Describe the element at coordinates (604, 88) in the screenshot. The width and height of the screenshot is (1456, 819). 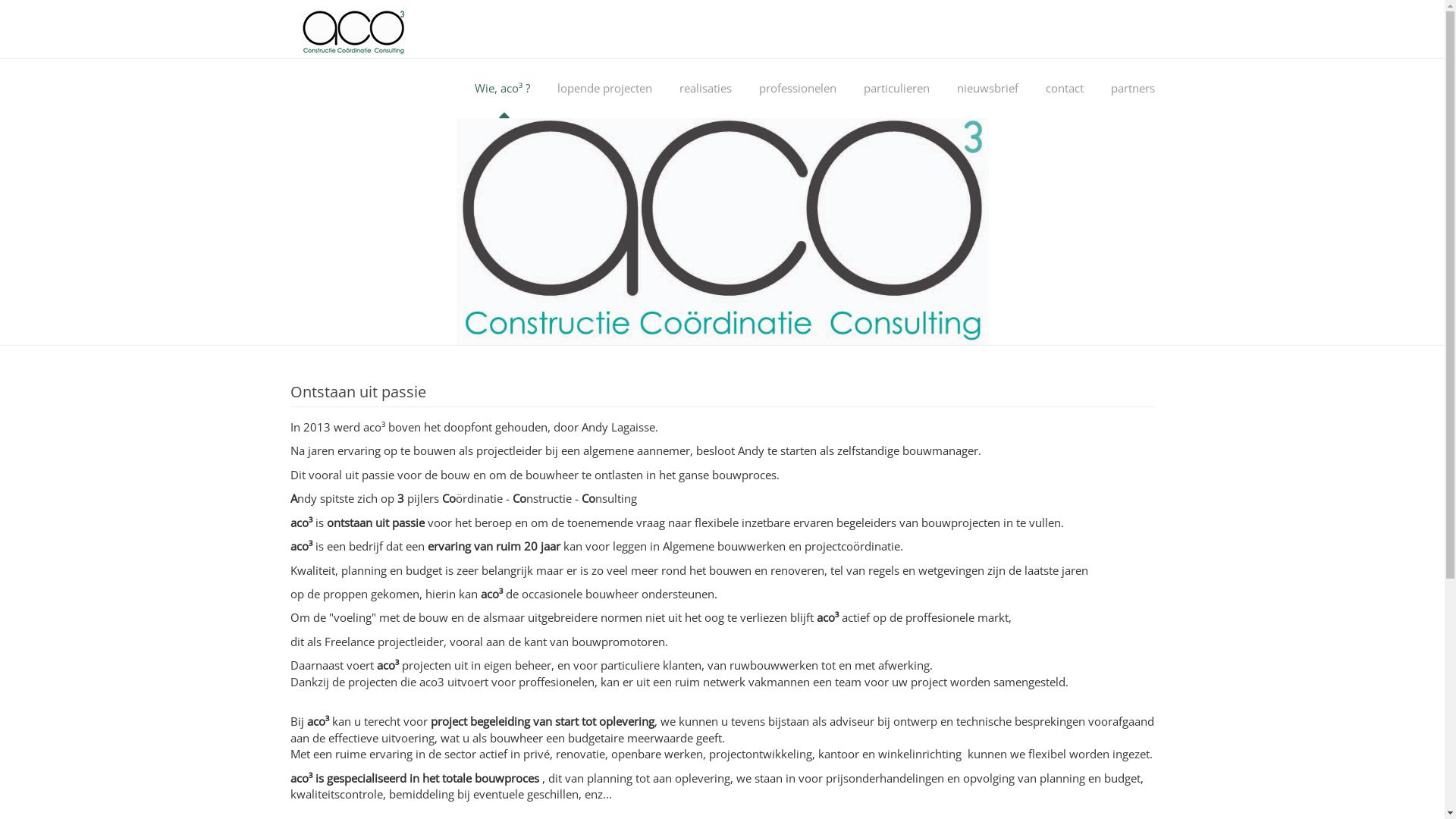
I see `'lopende projecten'` at that location.